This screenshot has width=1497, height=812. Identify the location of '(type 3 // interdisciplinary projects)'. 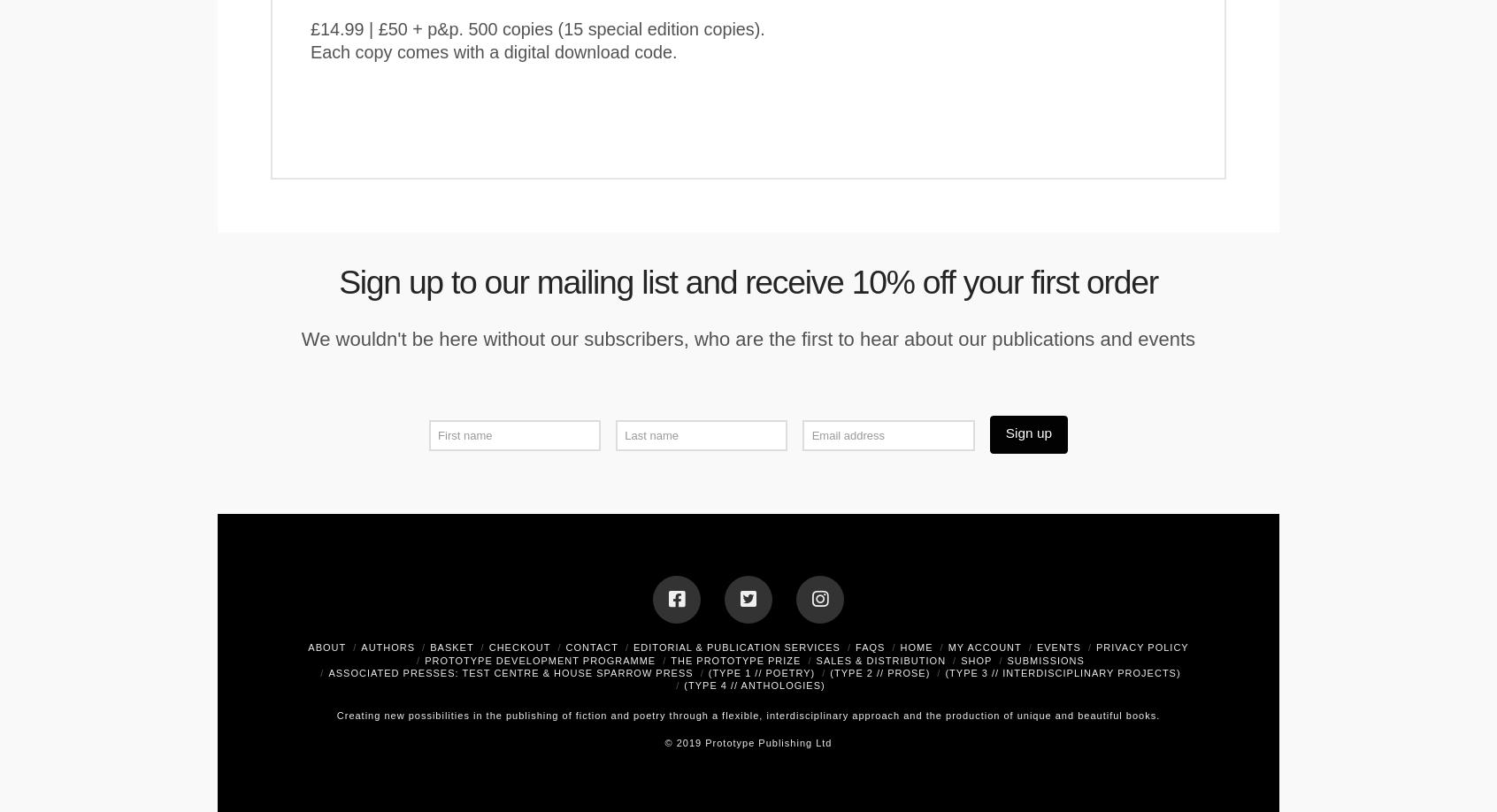
(1062, 671).